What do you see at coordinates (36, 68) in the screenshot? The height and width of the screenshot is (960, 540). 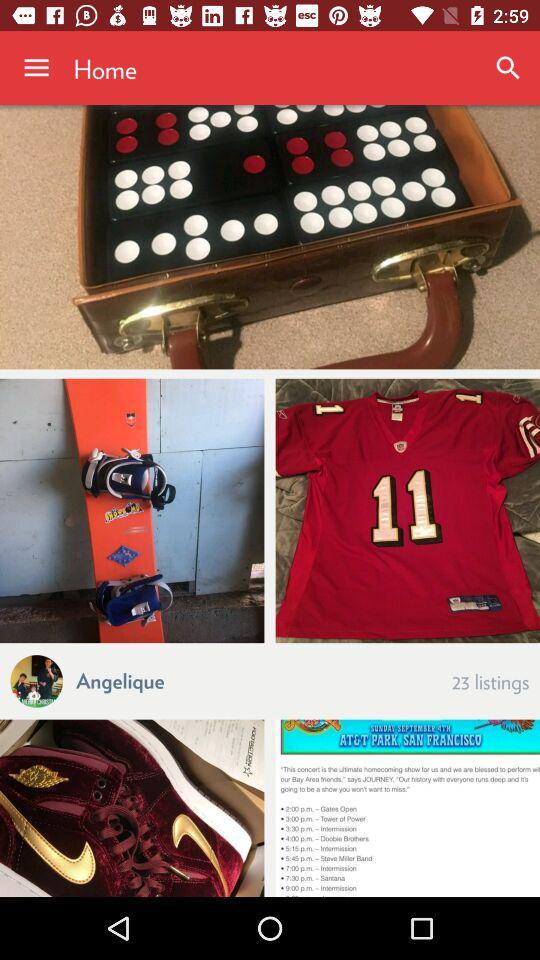 I see `item next to the home item` at bounding box center [36, 68].